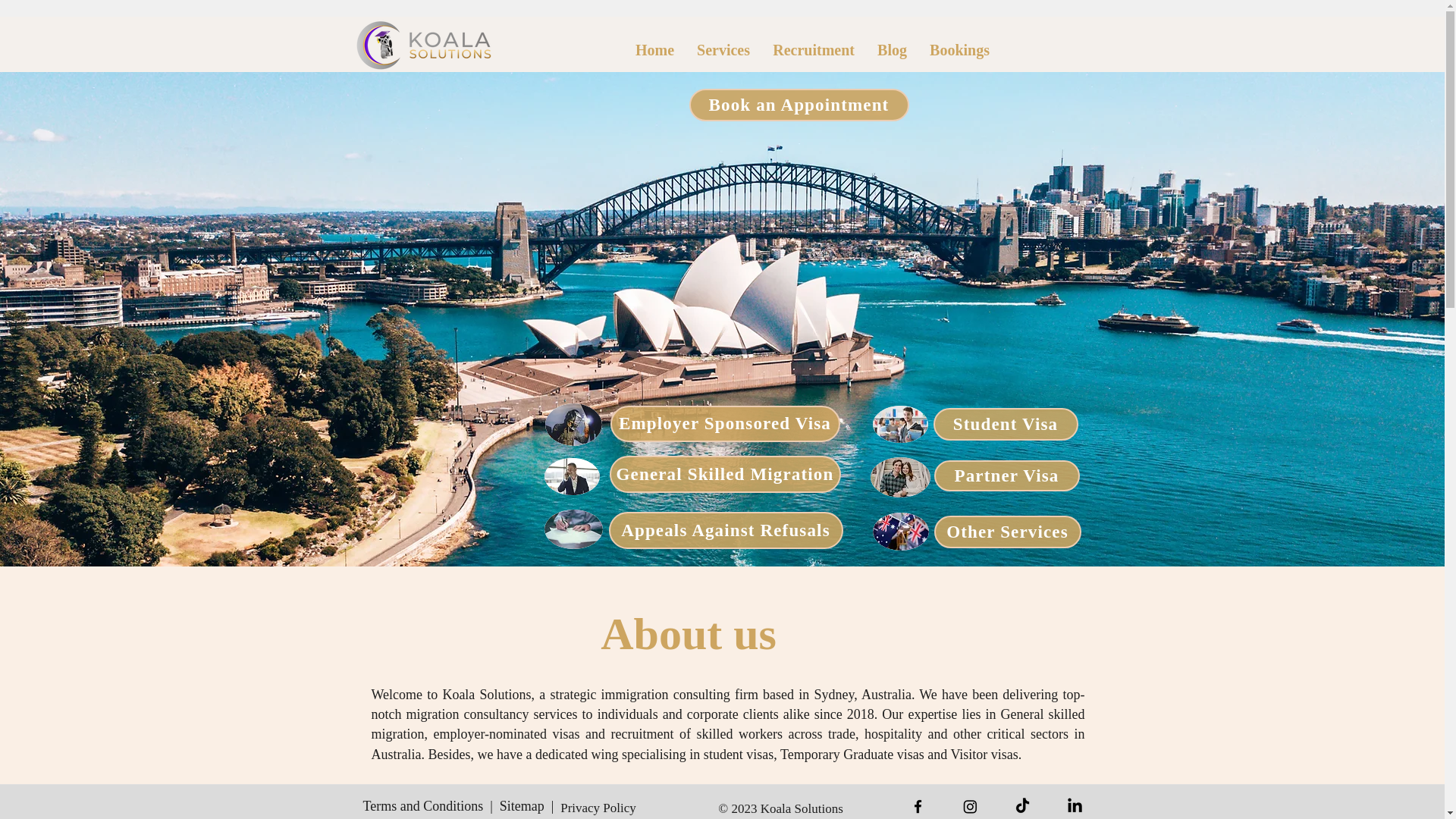  What do you see at coordinates (723, 49) in the screenshot?
I see `'Services'` at bounding box center [723, 49].